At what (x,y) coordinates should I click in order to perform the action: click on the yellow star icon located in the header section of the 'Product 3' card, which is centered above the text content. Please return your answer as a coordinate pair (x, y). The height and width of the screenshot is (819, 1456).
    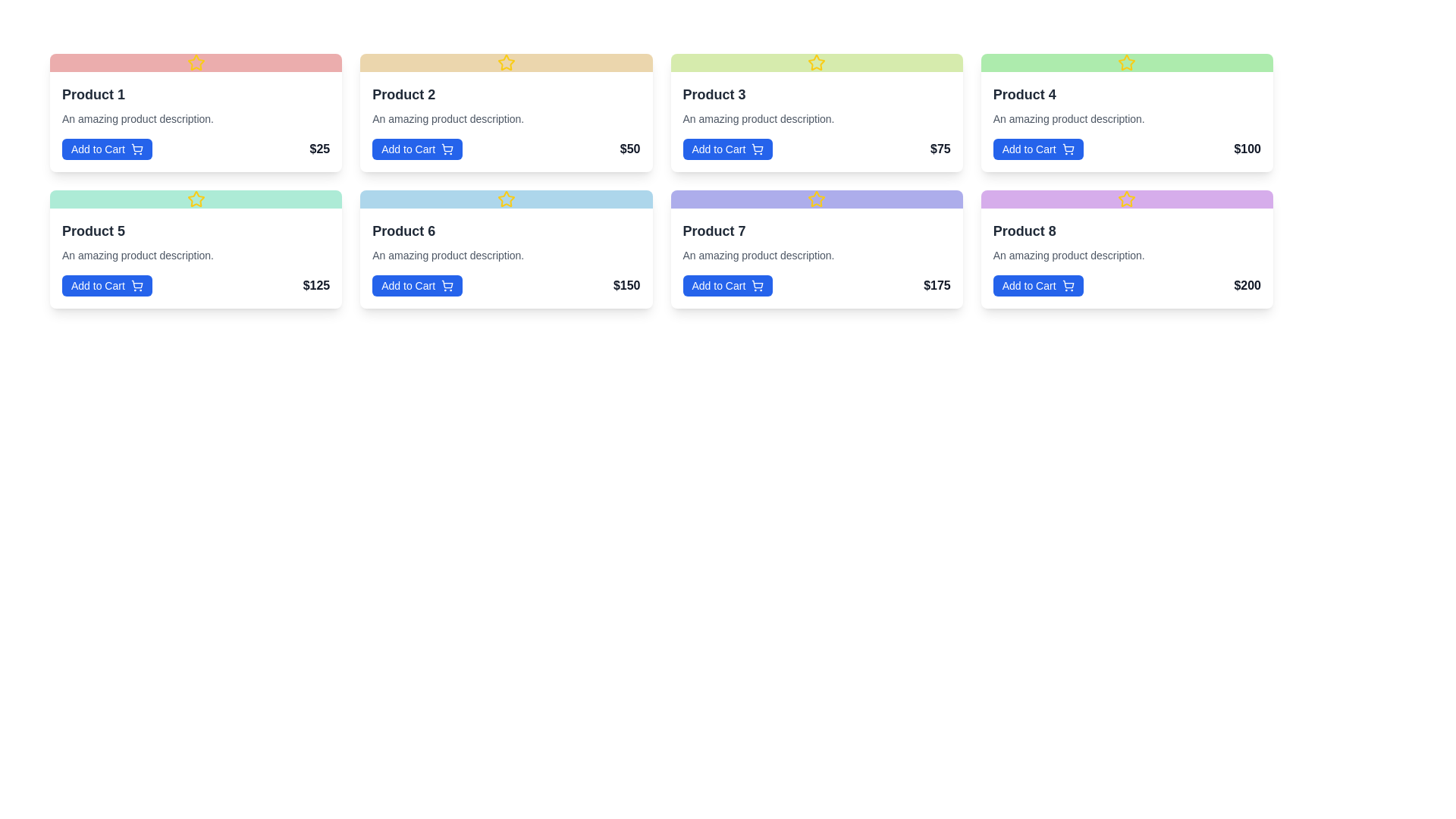
    Looking at the image, I should click on (816, 62).